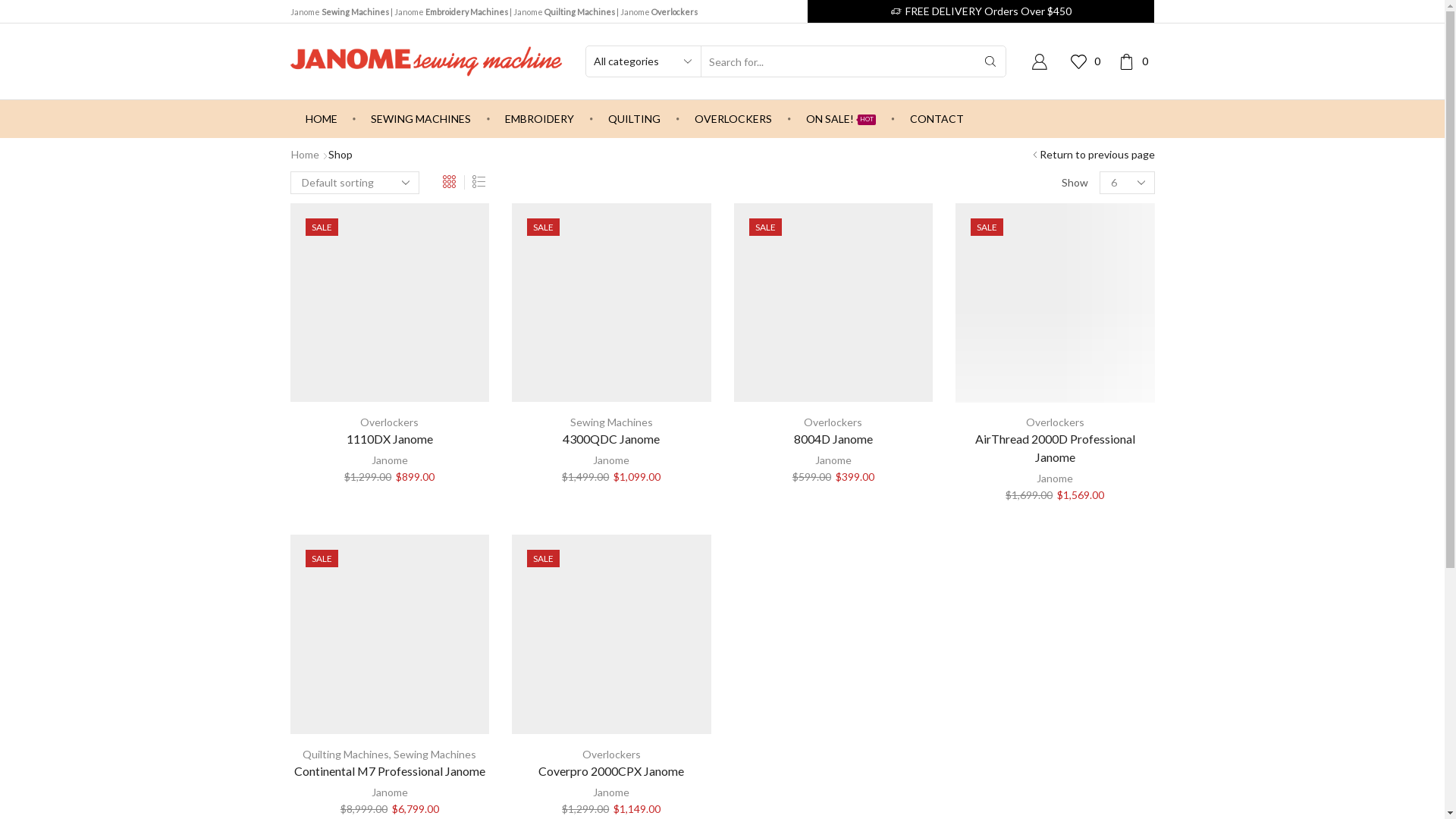 The height and width of the screenshot is (819, 1456). I want to click on 'Home', so click(303, 155).